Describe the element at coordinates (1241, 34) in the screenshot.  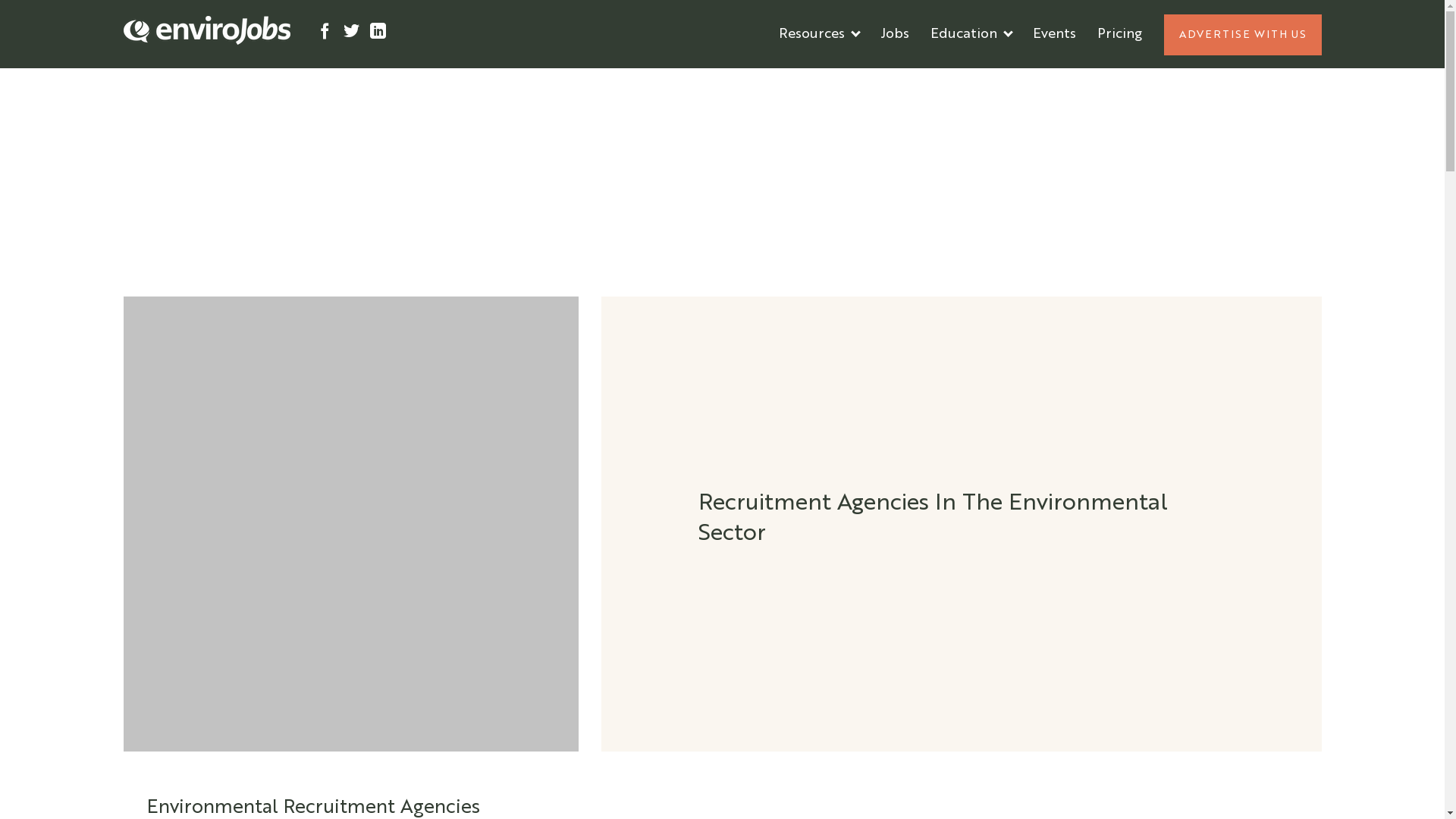
I see `'ADVERTISE WITH US'` at that location.